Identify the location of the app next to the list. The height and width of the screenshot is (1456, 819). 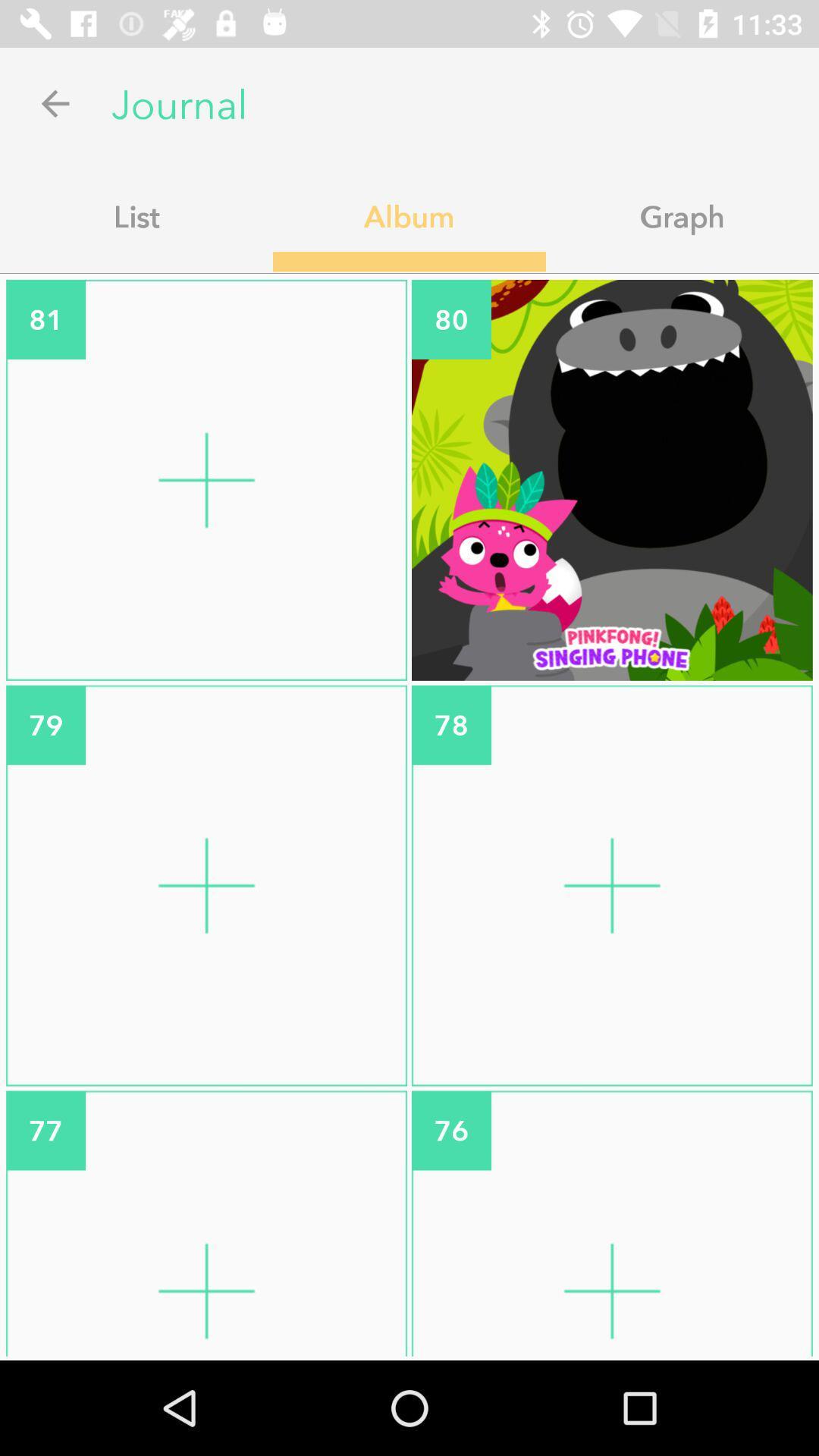
(409, 215).